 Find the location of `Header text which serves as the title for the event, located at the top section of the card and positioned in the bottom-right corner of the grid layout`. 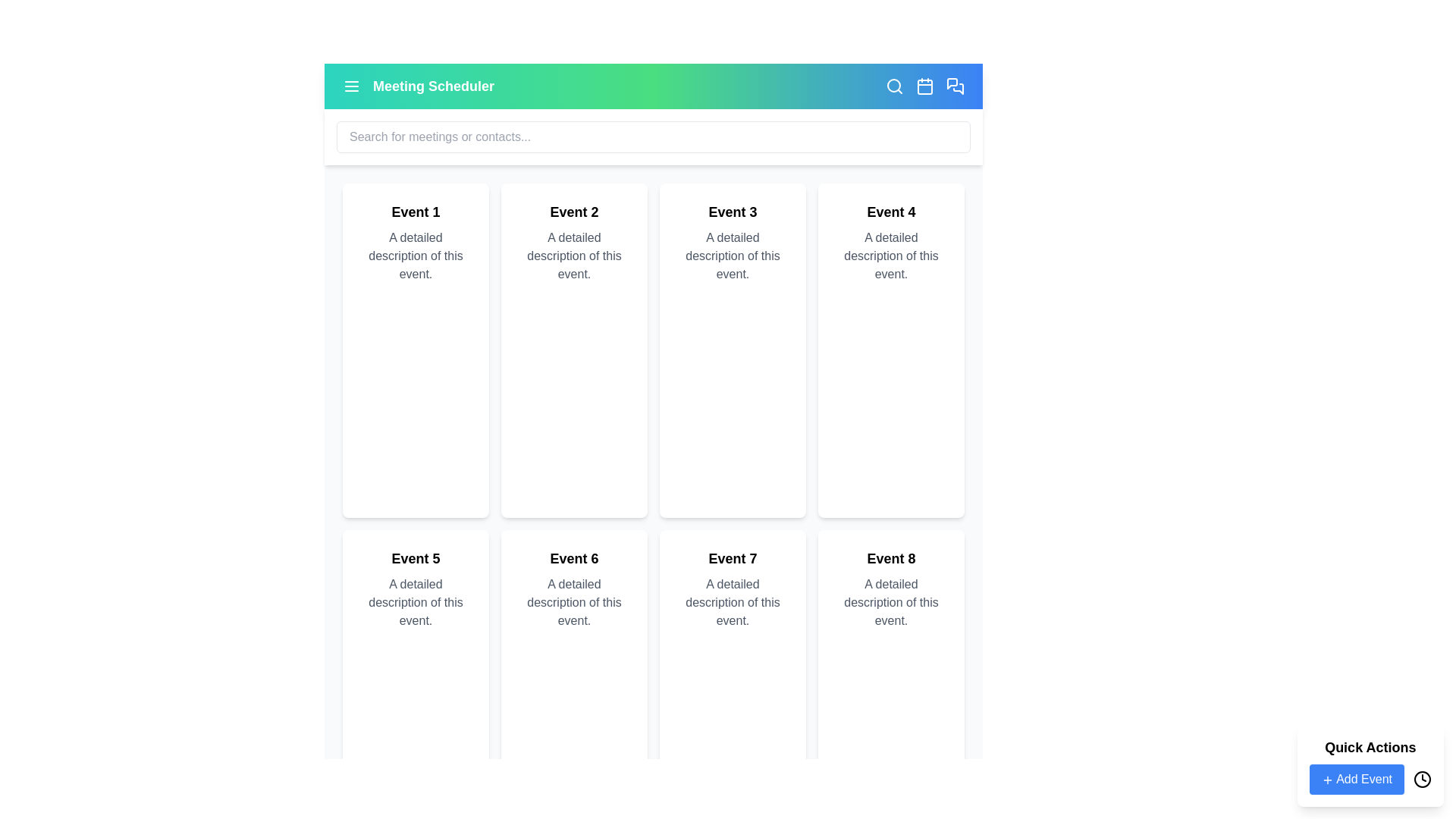

Header text which serves as the title for the event, located at the top section of the card and positioned in the bottom-right corner of the grid layout is located at coordinates (891, 558).